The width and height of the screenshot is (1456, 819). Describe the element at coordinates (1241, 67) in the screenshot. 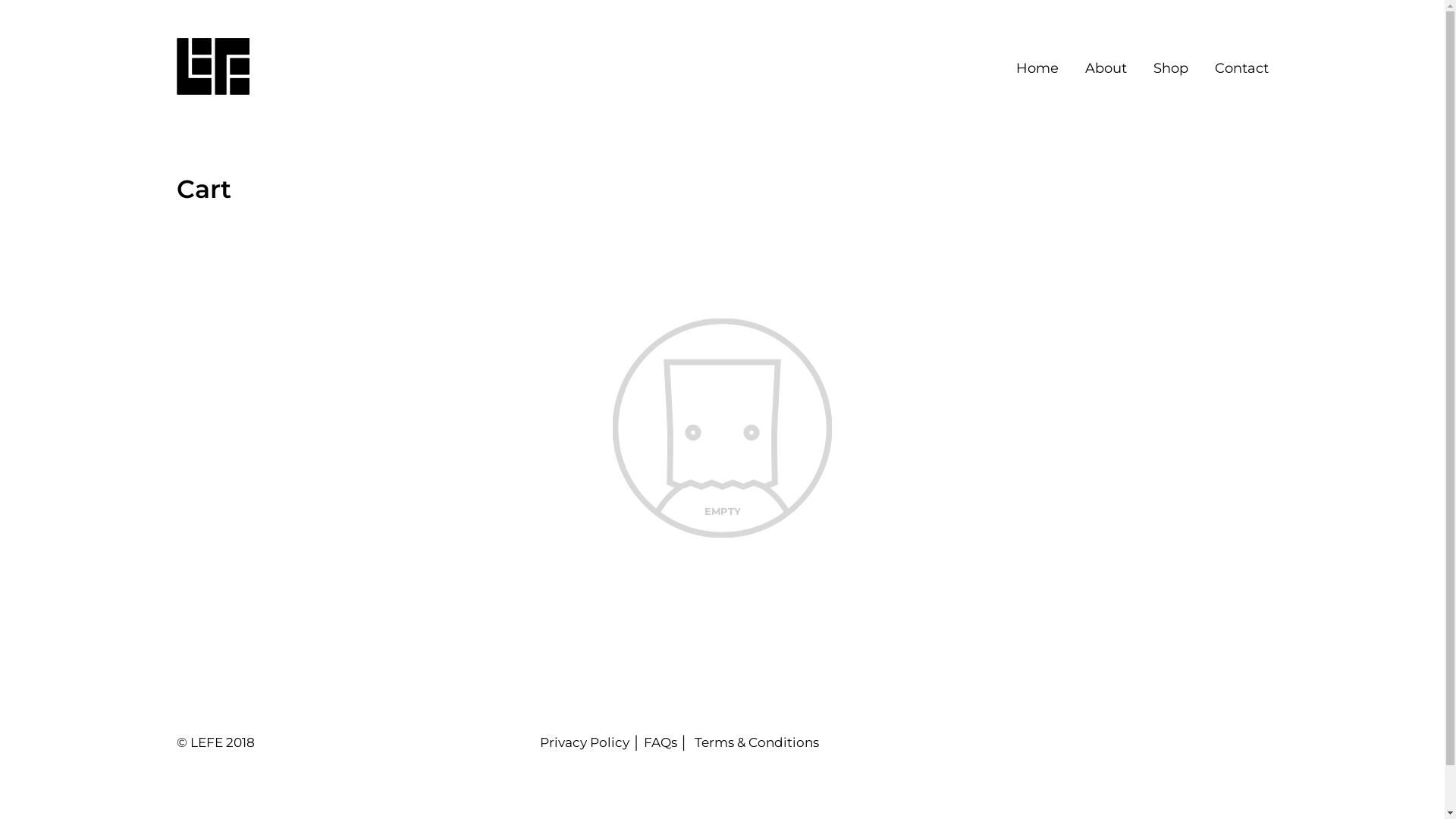

I see `'Contact'` at that location.